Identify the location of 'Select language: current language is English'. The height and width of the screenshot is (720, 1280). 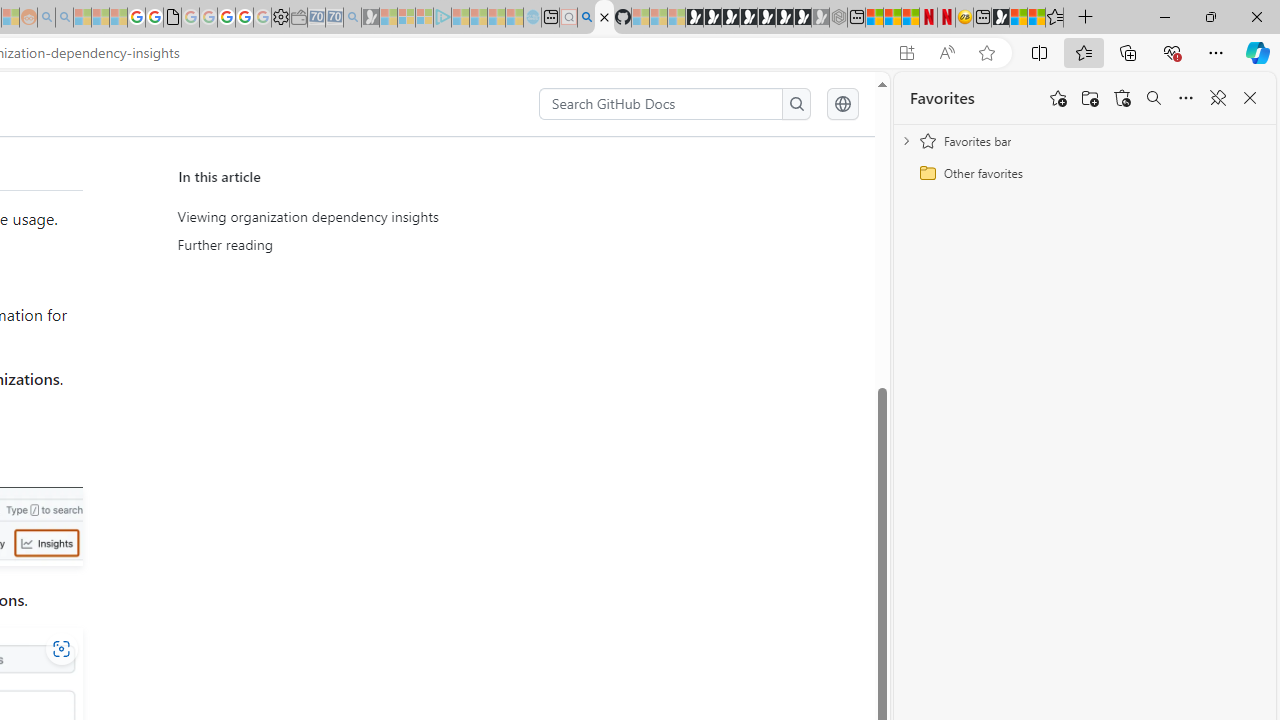
(842, 104).